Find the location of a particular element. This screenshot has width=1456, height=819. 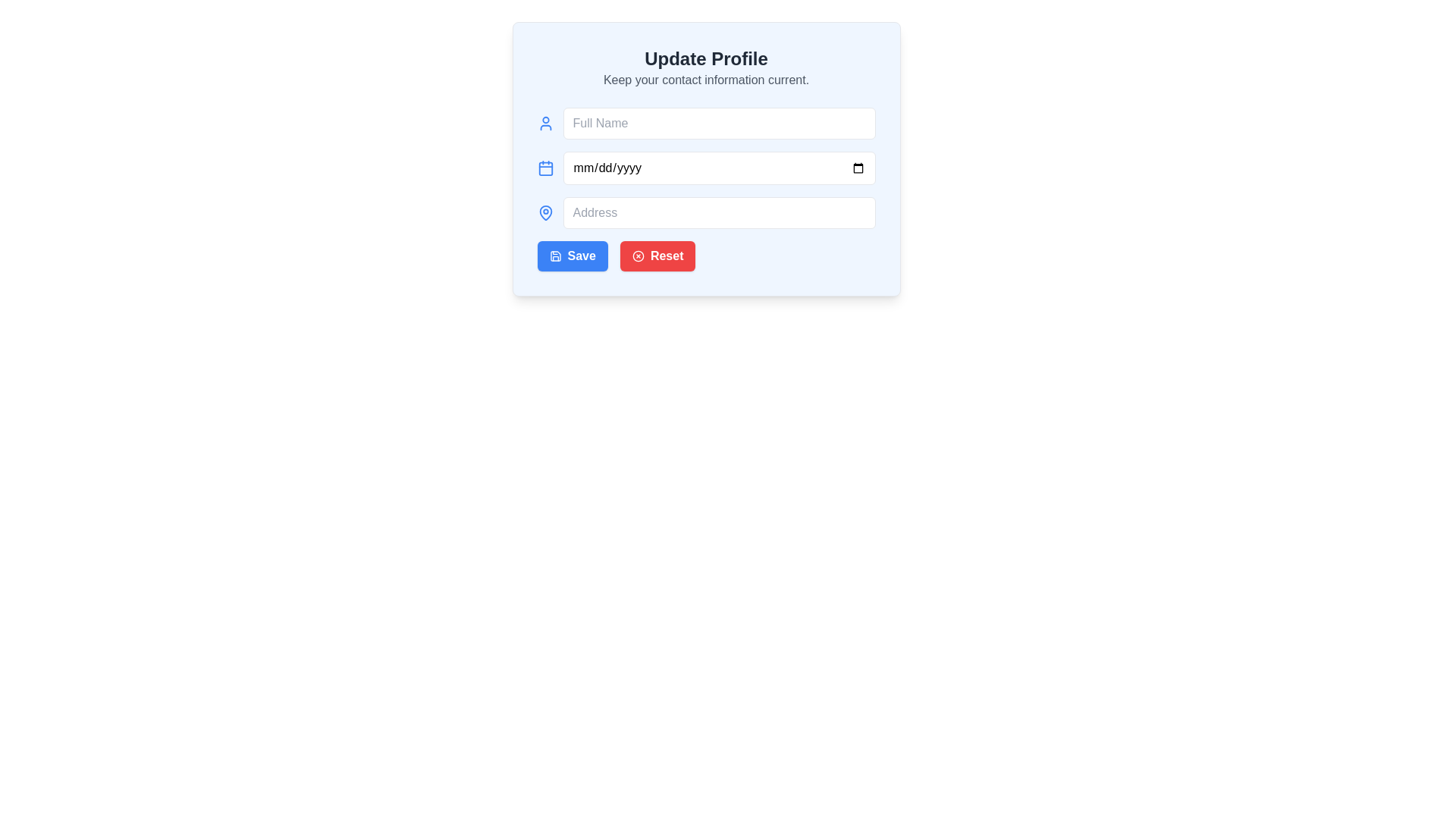

the 'Save' button icon located to the left of the 'Save' text label, which visually represents the action of saving data is located at coordinates (554, 256).